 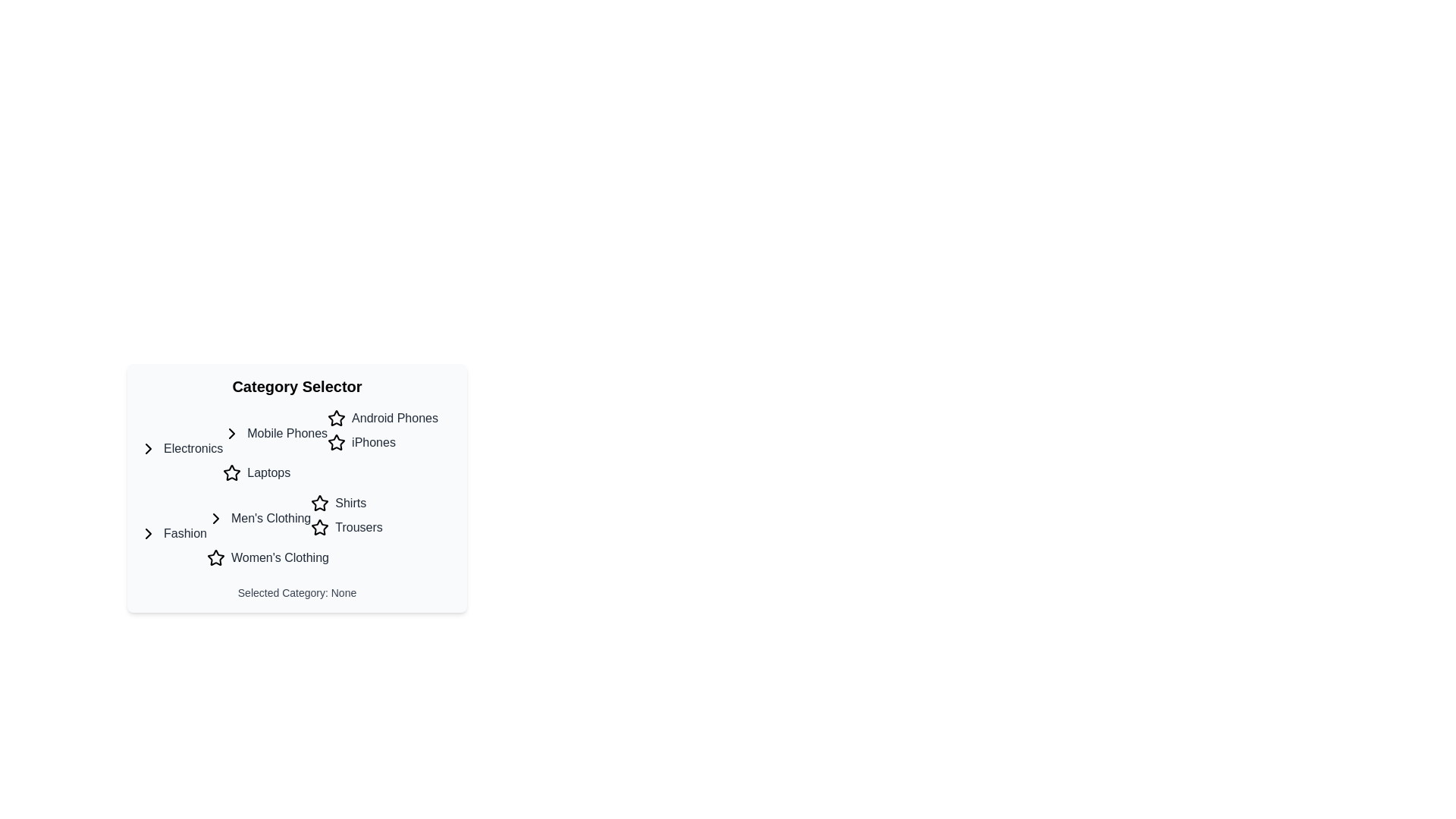 I want to click on the star icon located to the right of the 'Laptops' text in the 'Electronics' section, so click(x=231, y=472).